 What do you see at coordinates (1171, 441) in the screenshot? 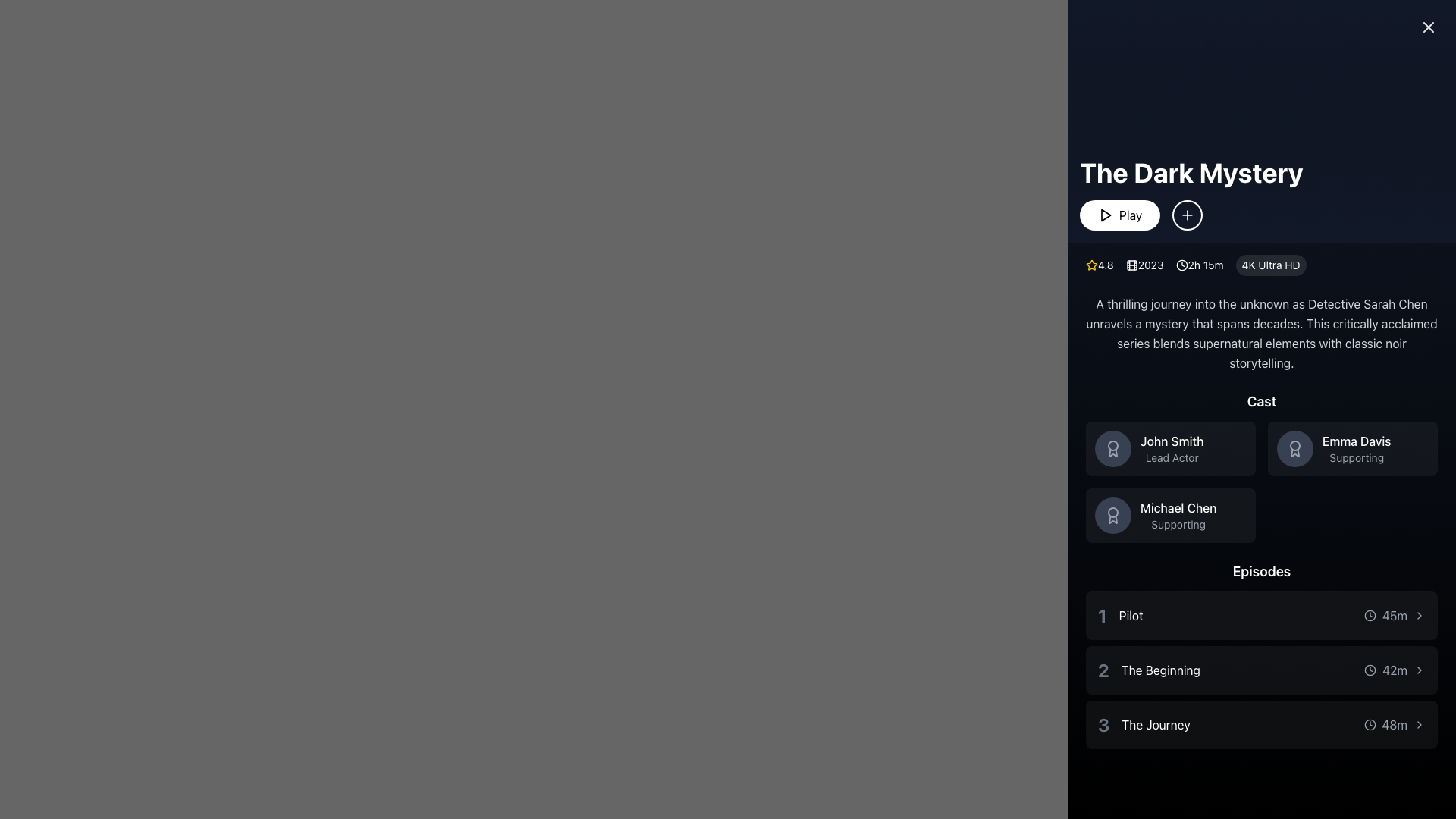
I see `text label 'John Smith' which is styled in bold, medium-sized font and is prominently displayed in the top-left block of the 'Cast' section, above the text 'Lead Actor'` at bounding box center [1171, 441].